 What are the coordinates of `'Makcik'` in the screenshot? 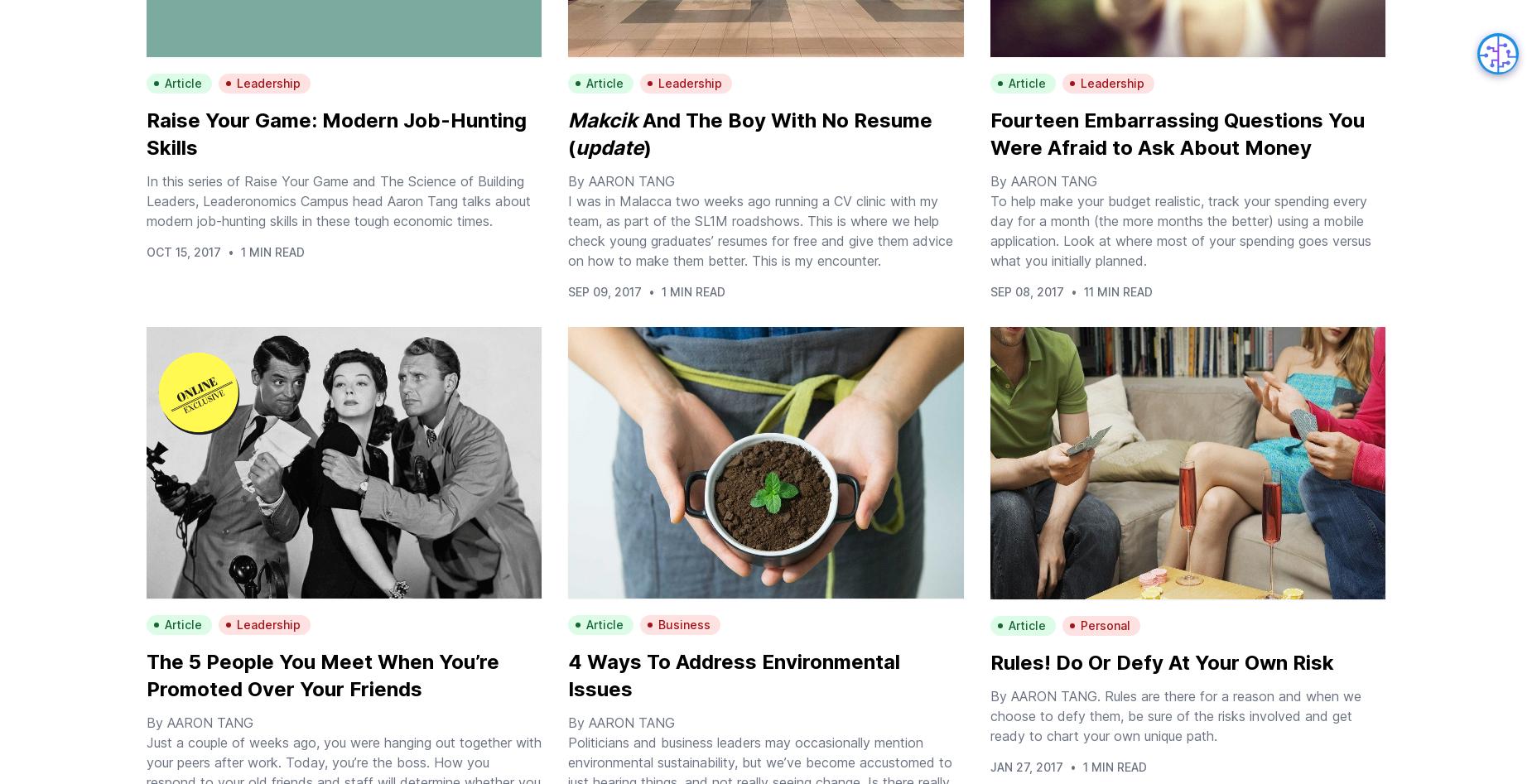 It's located at (602, 119).